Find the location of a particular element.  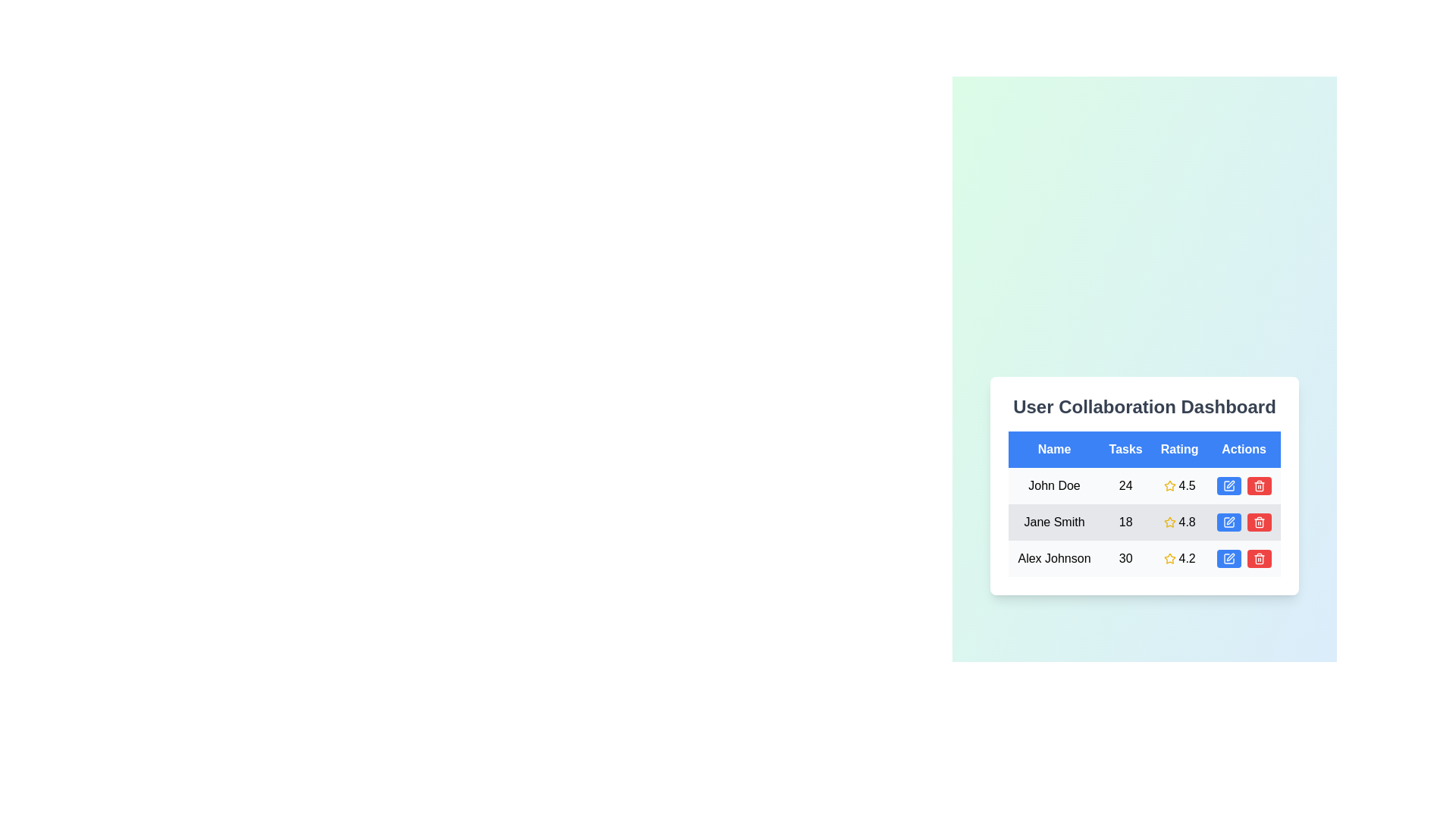

the numeric rating '4.5' and star icon pair in the 'Rating' column of the first row in the user collaboration dashboard, which is visually represented with a yellow outlined star icon and white background is located at coordinates (1178, 485).